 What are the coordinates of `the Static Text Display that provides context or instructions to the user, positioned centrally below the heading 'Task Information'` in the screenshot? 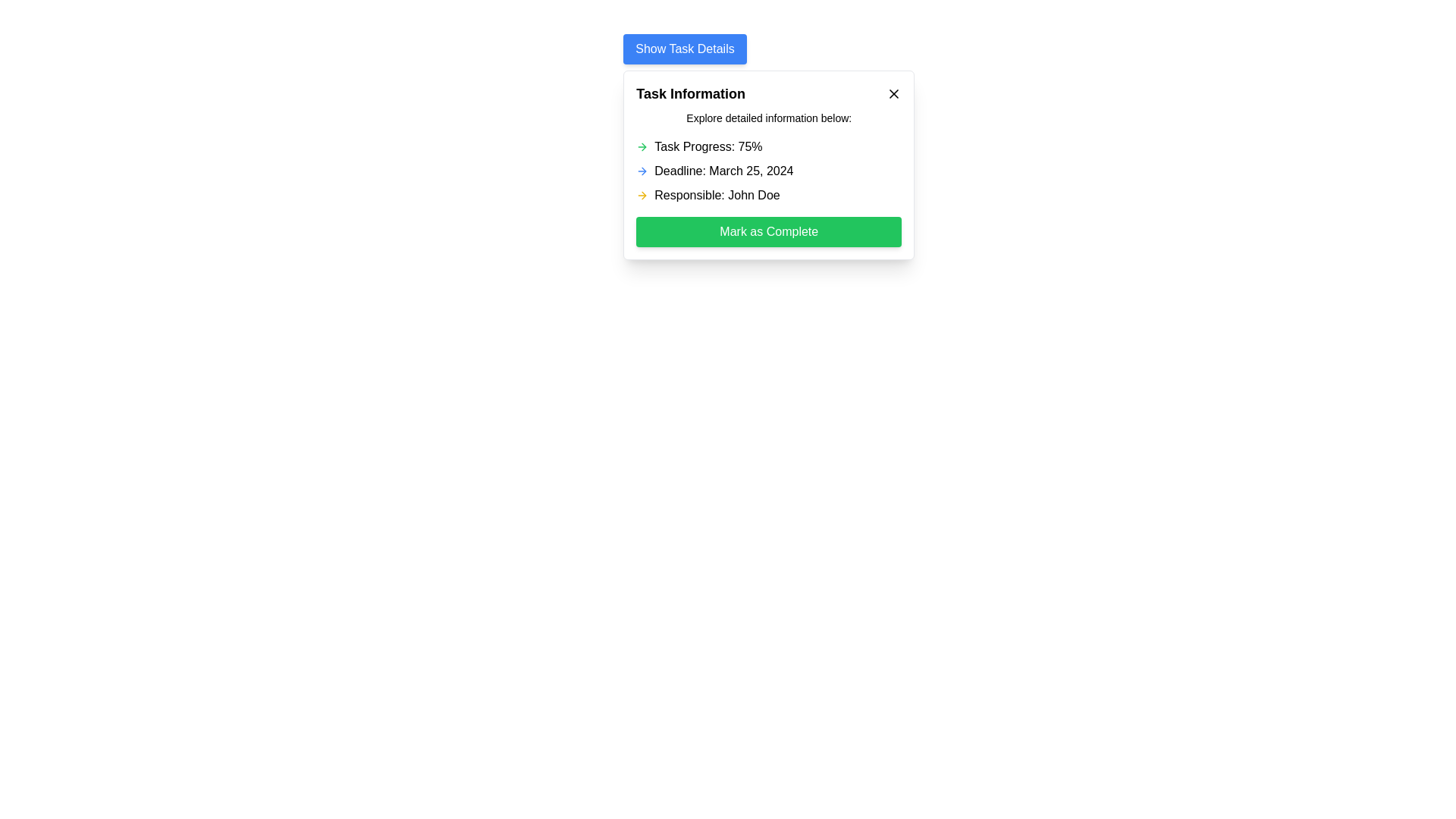 It's located at (769, 117).